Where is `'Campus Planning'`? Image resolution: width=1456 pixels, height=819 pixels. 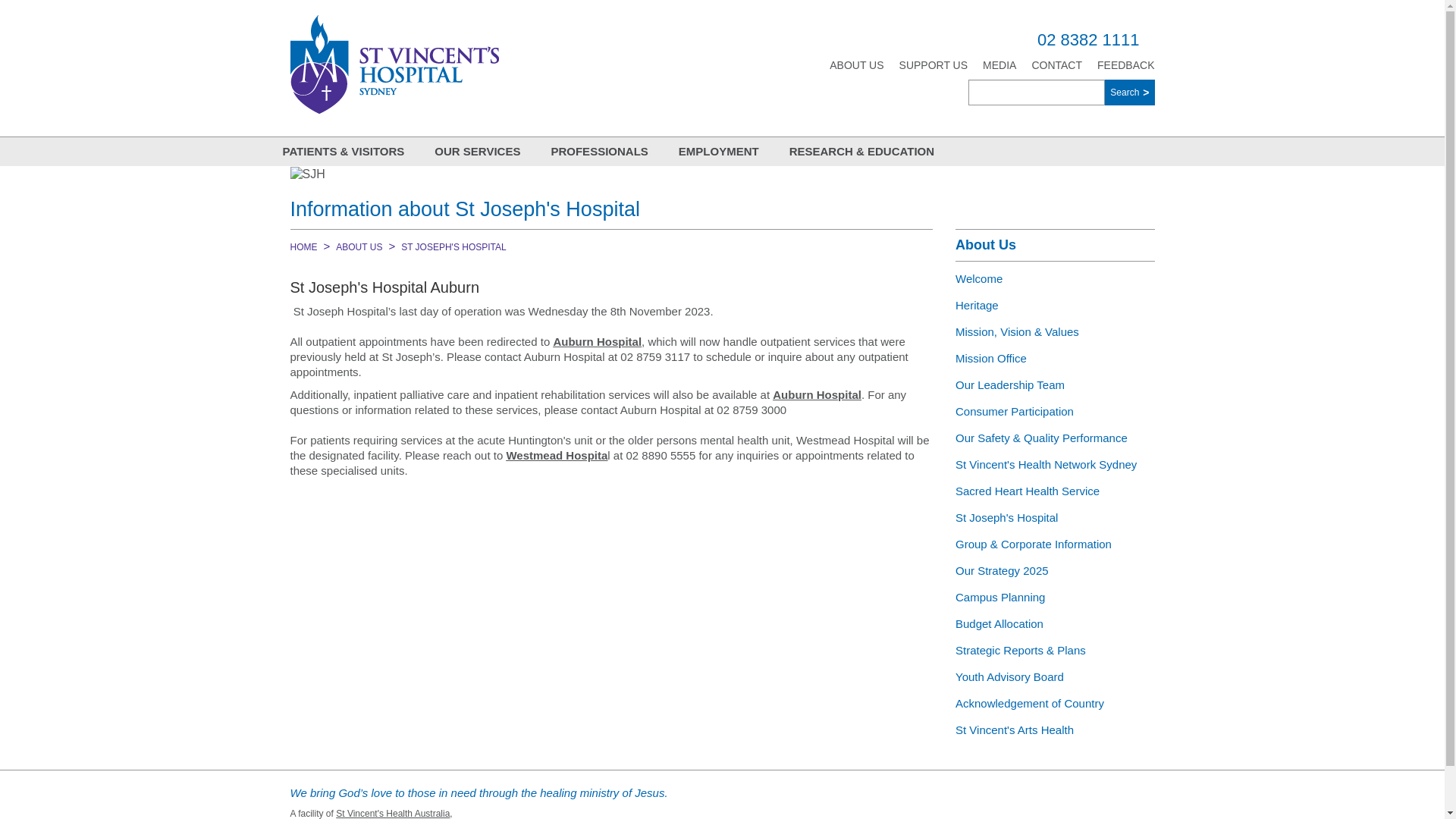
'Campus Planning' is located at coordinates (1054, 596).